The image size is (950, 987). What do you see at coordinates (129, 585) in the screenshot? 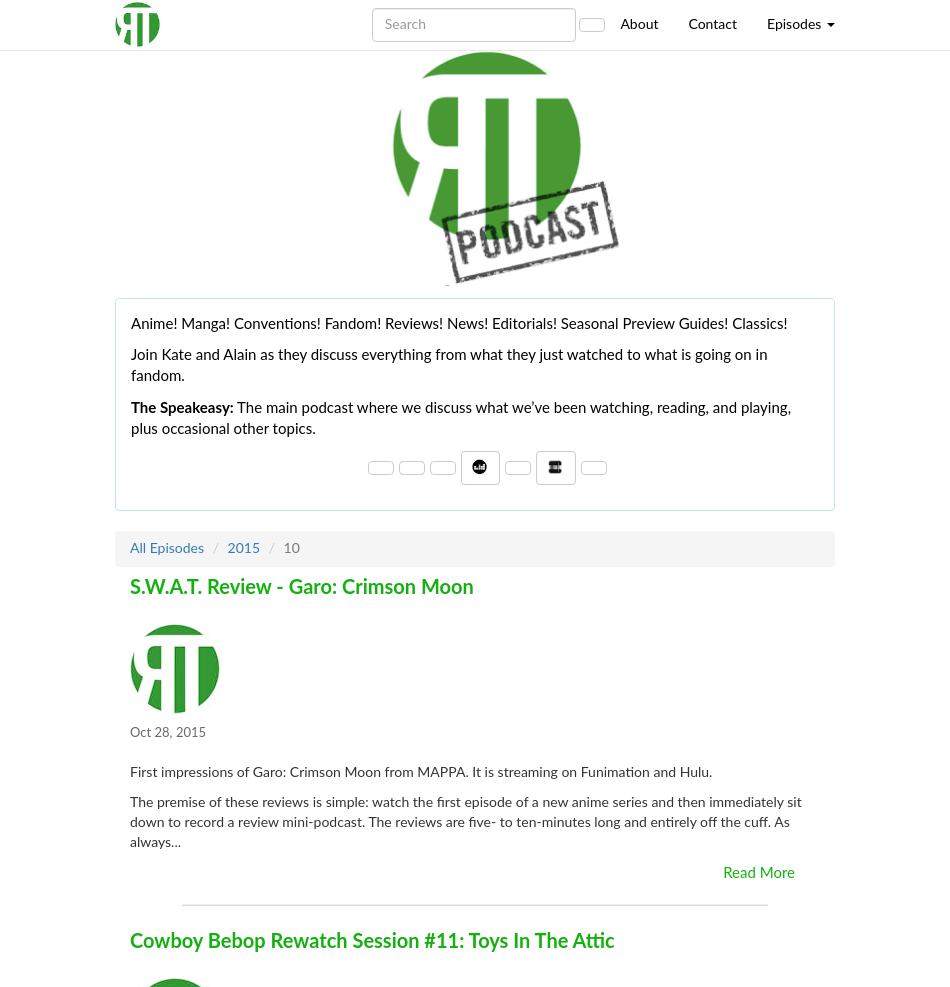
I see `'S.W.A.T. Review - Garo: Crimson Moon'` at bounding box center [129, 585].